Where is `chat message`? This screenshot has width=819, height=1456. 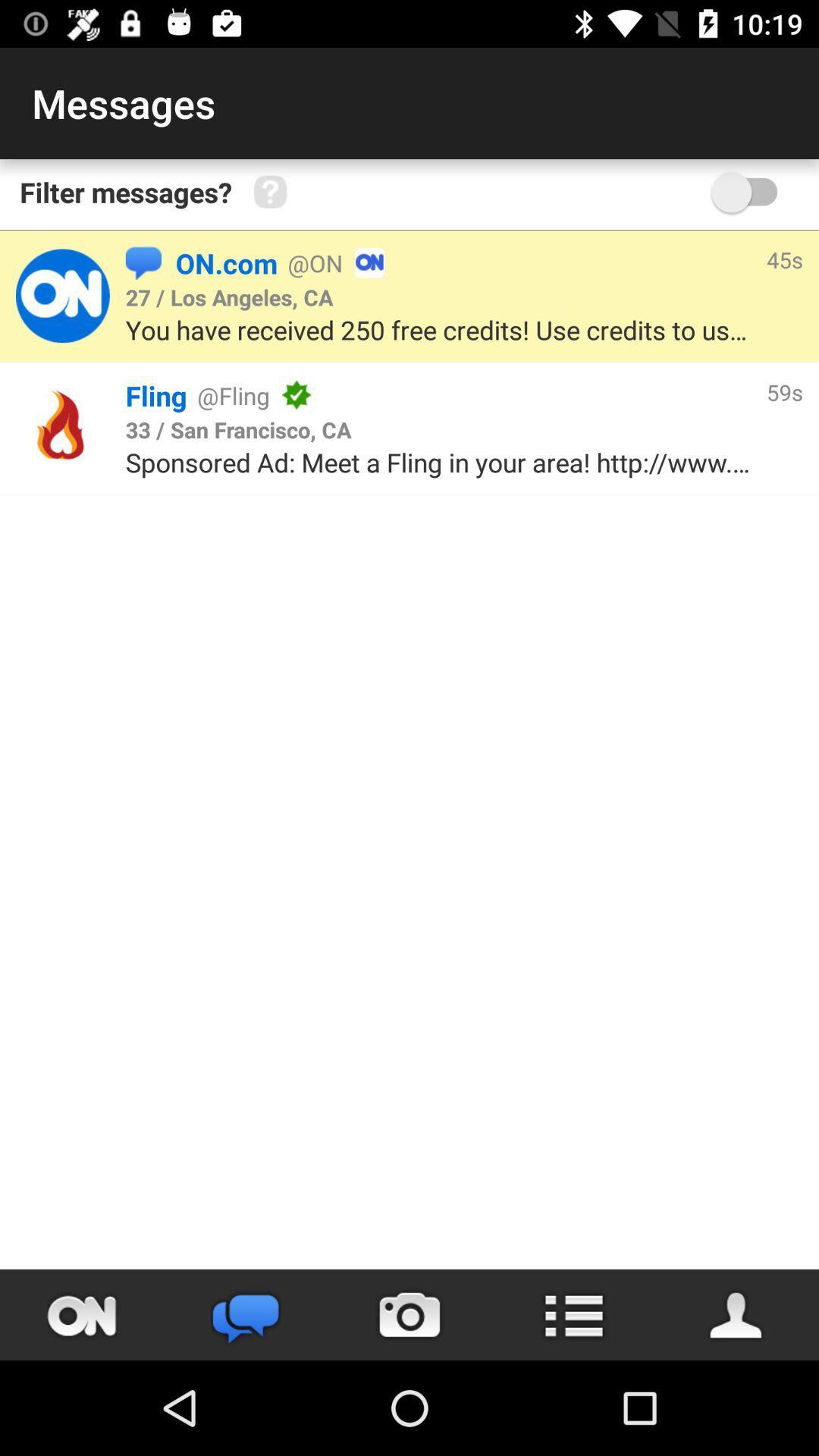 chat message is located at coordinates (82, 1314).